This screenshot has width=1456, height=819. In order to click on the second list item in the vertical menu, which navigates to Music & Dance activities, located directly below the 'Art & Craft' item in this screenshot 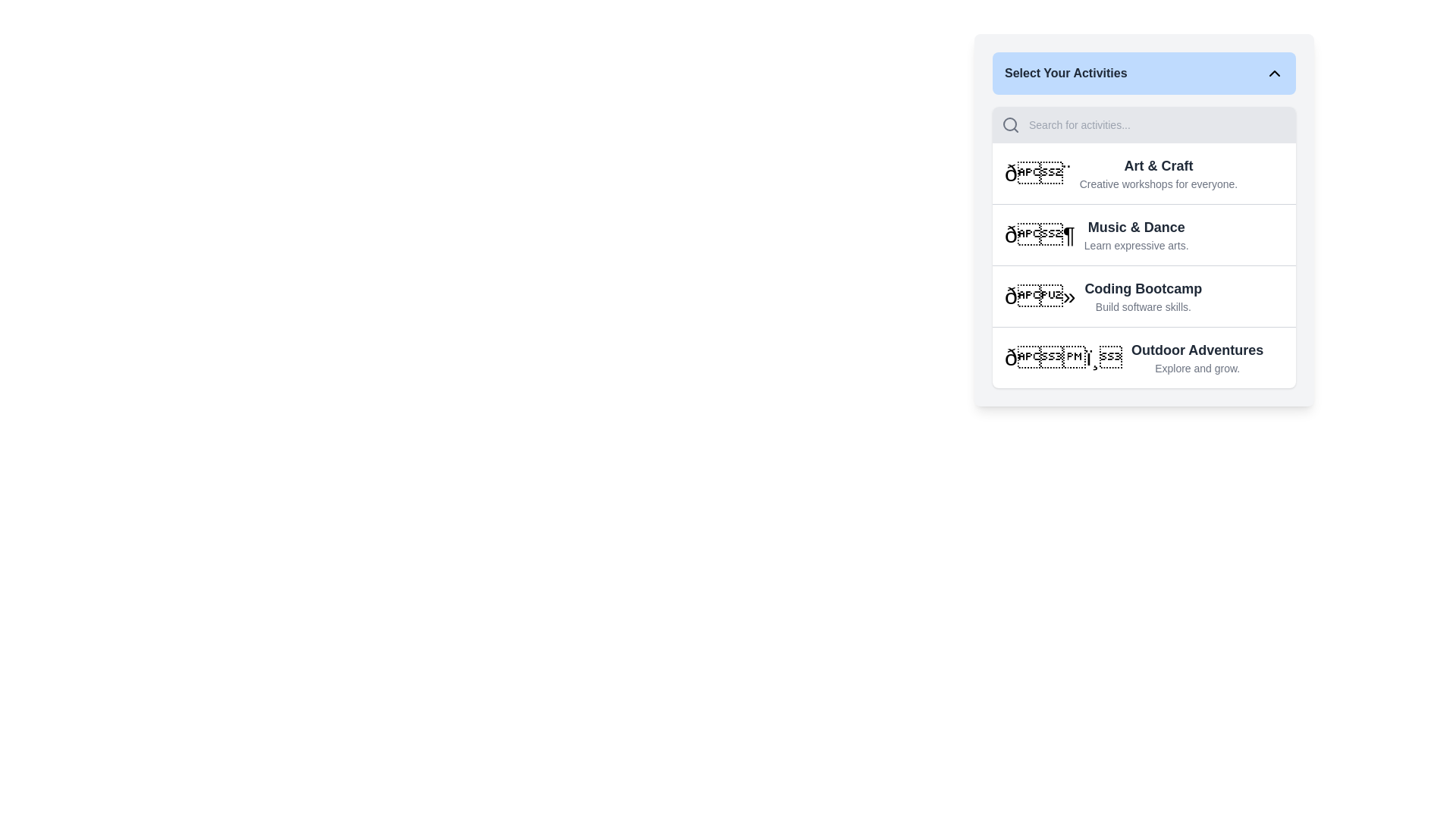, I will do `click(1144, 234)`.